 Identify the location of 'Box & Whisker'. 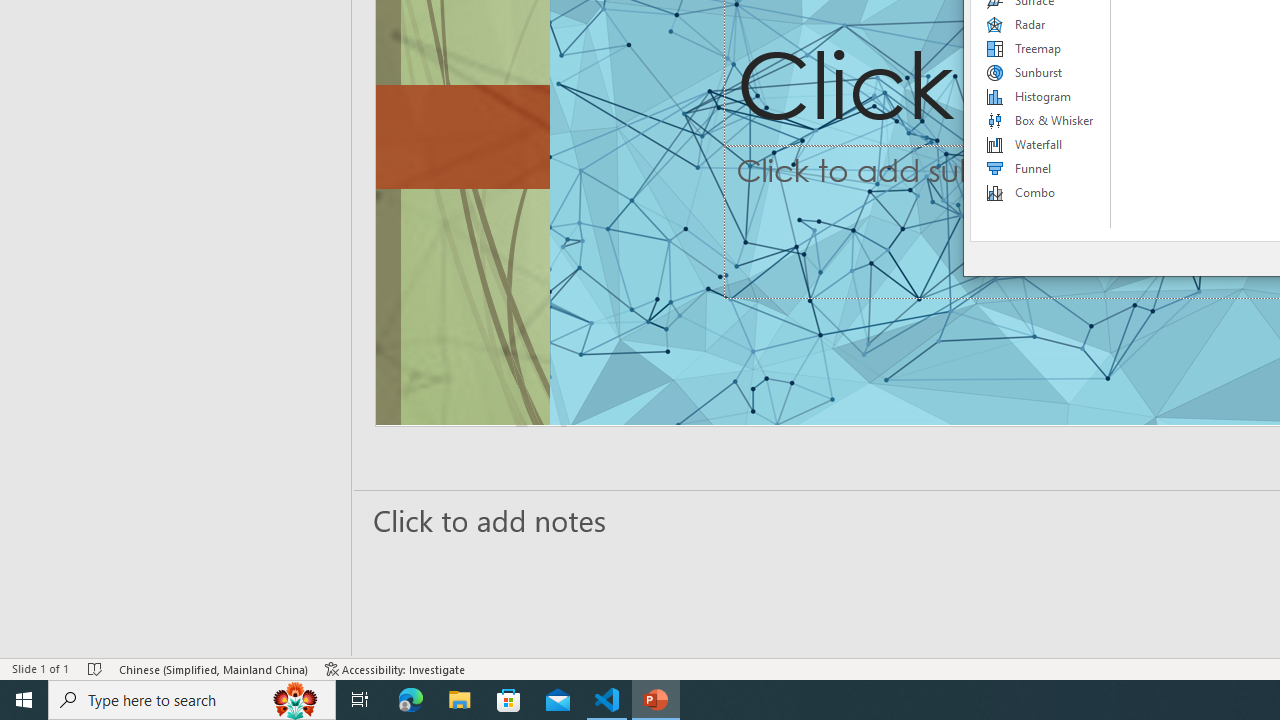
(1040, 120).